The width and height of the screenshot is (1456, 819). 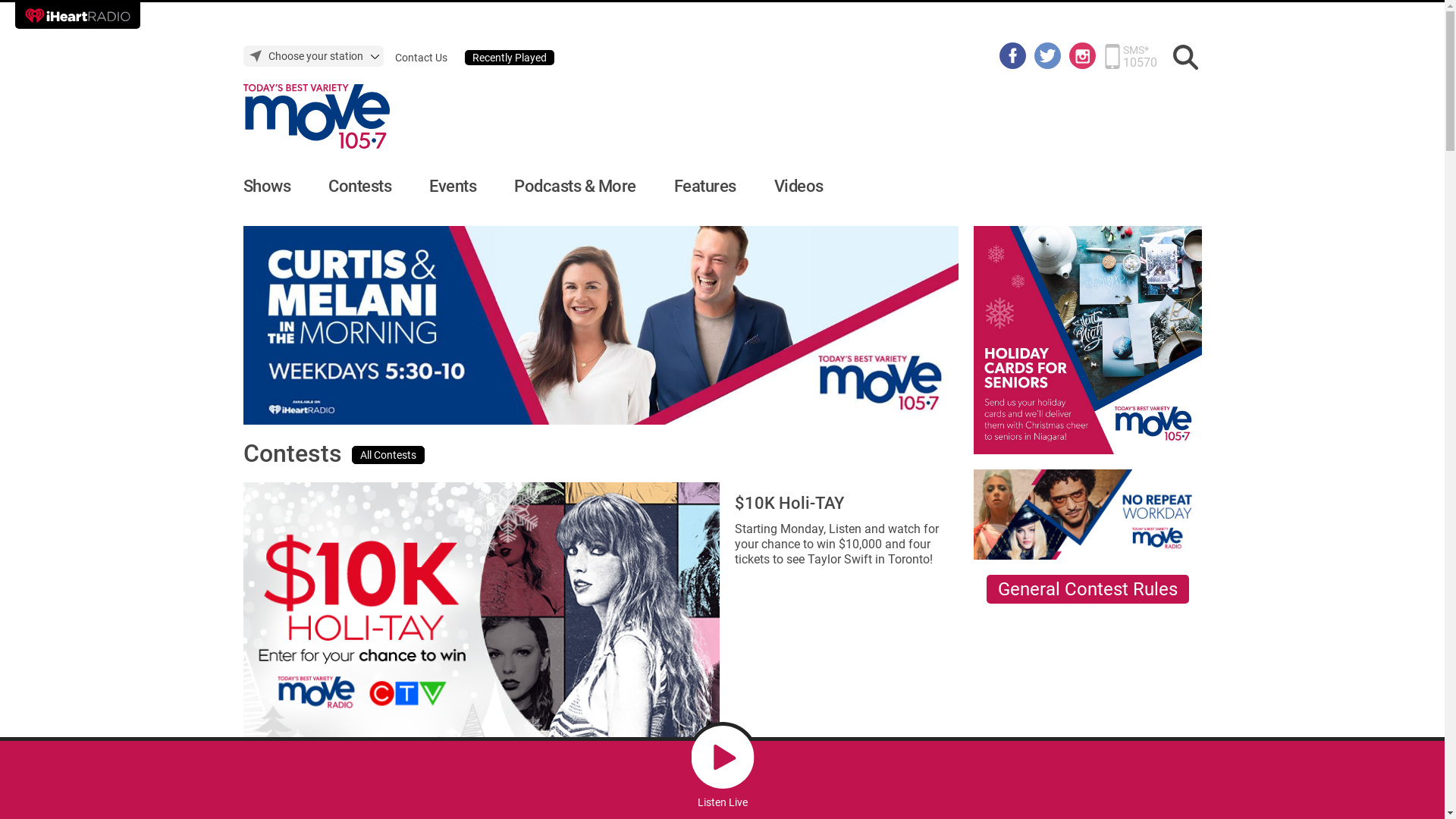 I want to click on 'Contact Us', so click(x=394, y=57).